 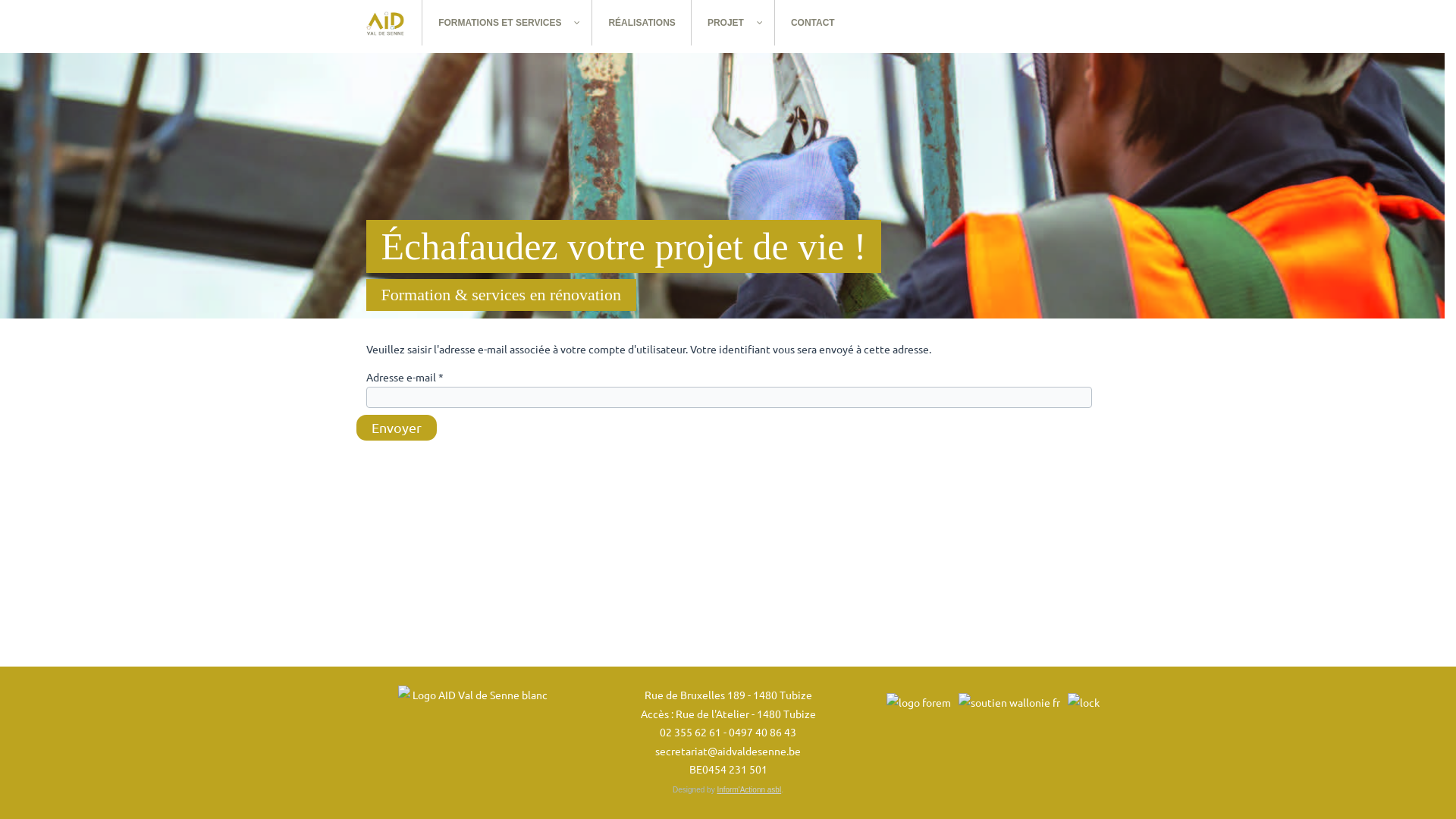 I want to click on 'CONTACT', so click(x=811, y=23).